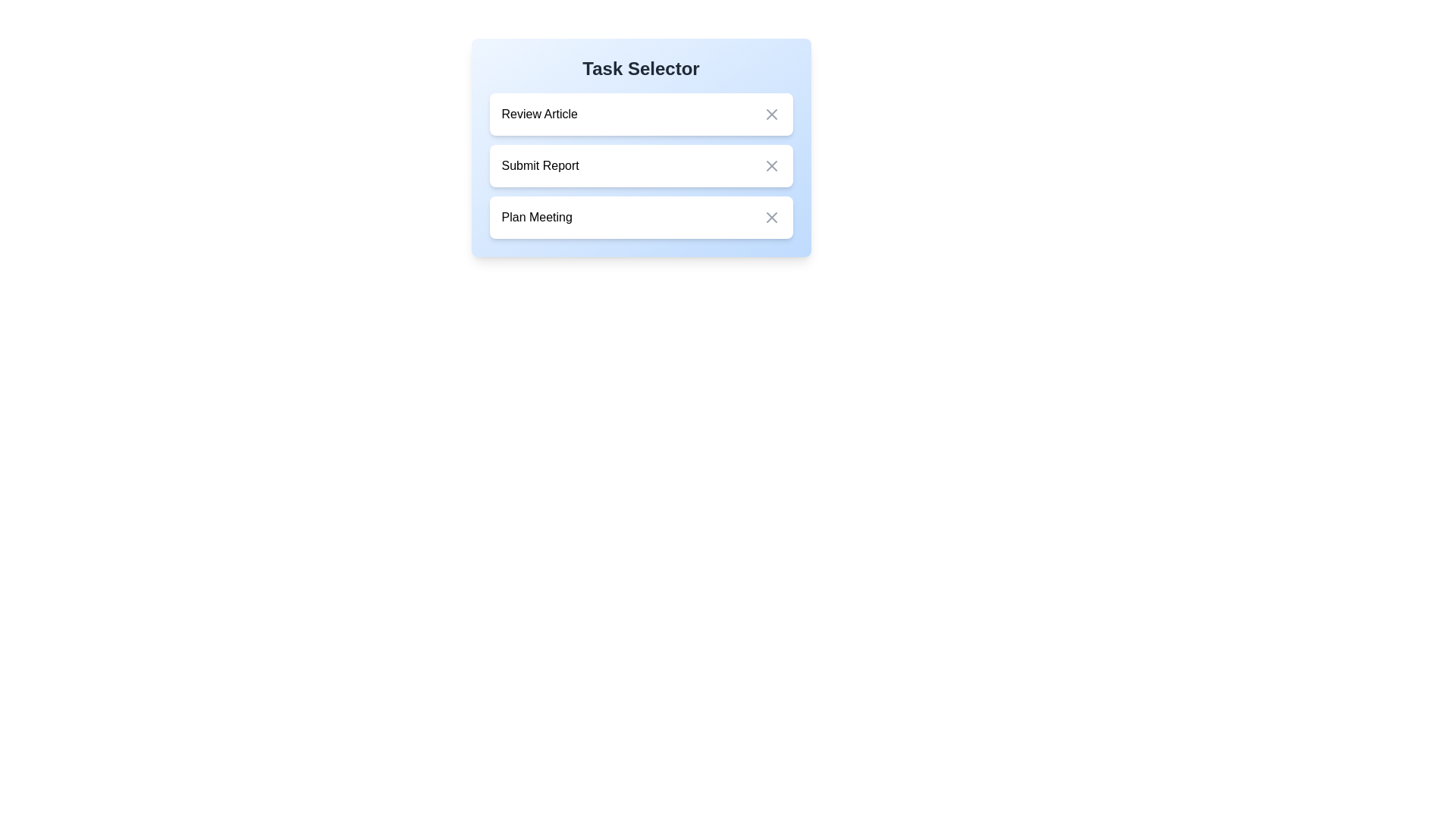  Describe the element at coordinates (537, 217) in the screenshot. I see `the text label that displays 'Plan Meeting' in bold font style, located within the third item of a vertical task list, to the left of the delete ('X') icon` at that location.